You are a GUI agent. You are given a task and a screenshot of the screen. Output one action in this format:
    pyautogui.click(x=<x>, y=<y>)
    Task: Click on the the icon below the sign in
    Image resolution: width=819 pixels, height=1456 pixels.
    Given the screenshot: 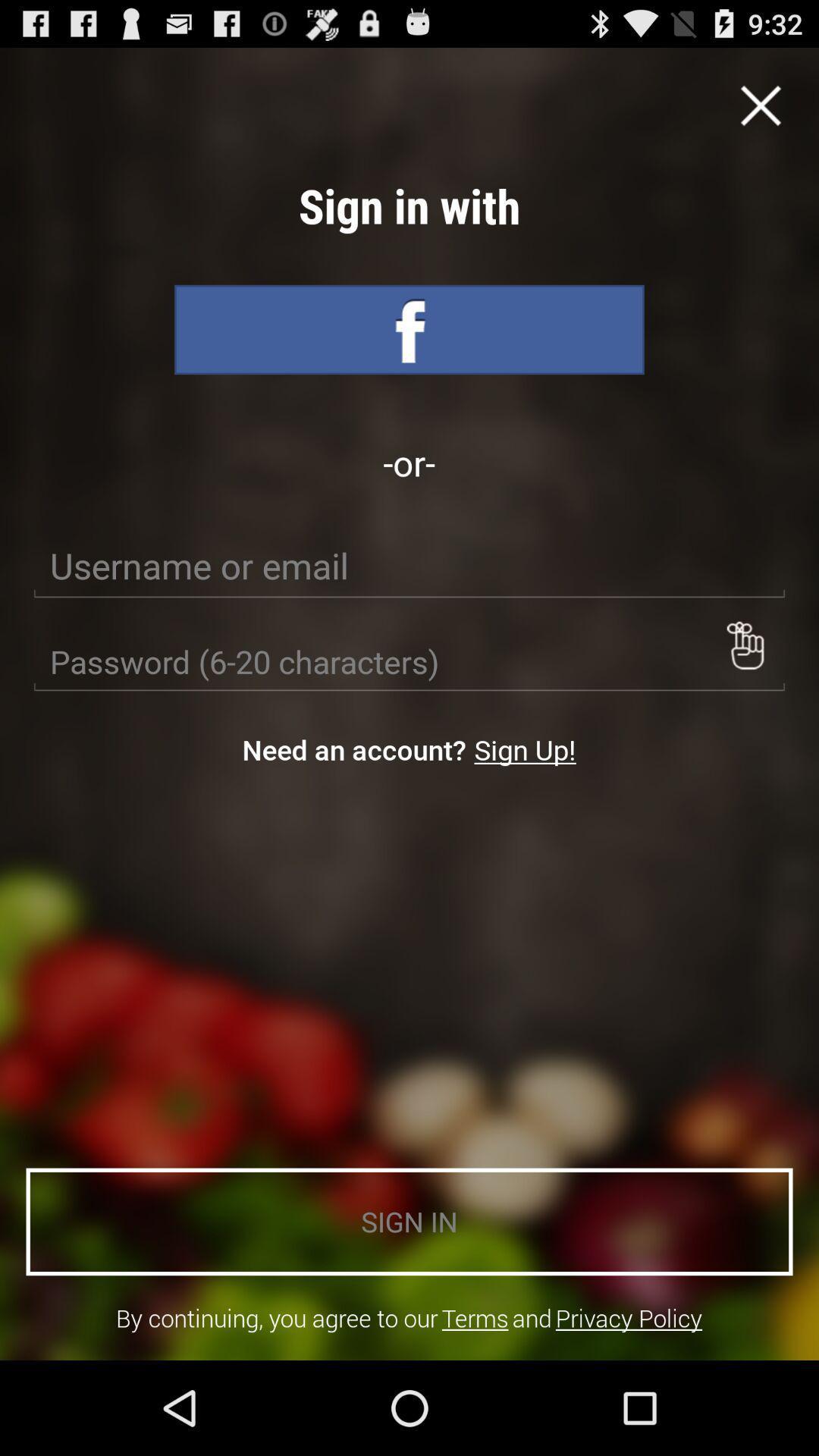 What is the action you would take?
    pyautogui.click(x=629, y=1317)
    